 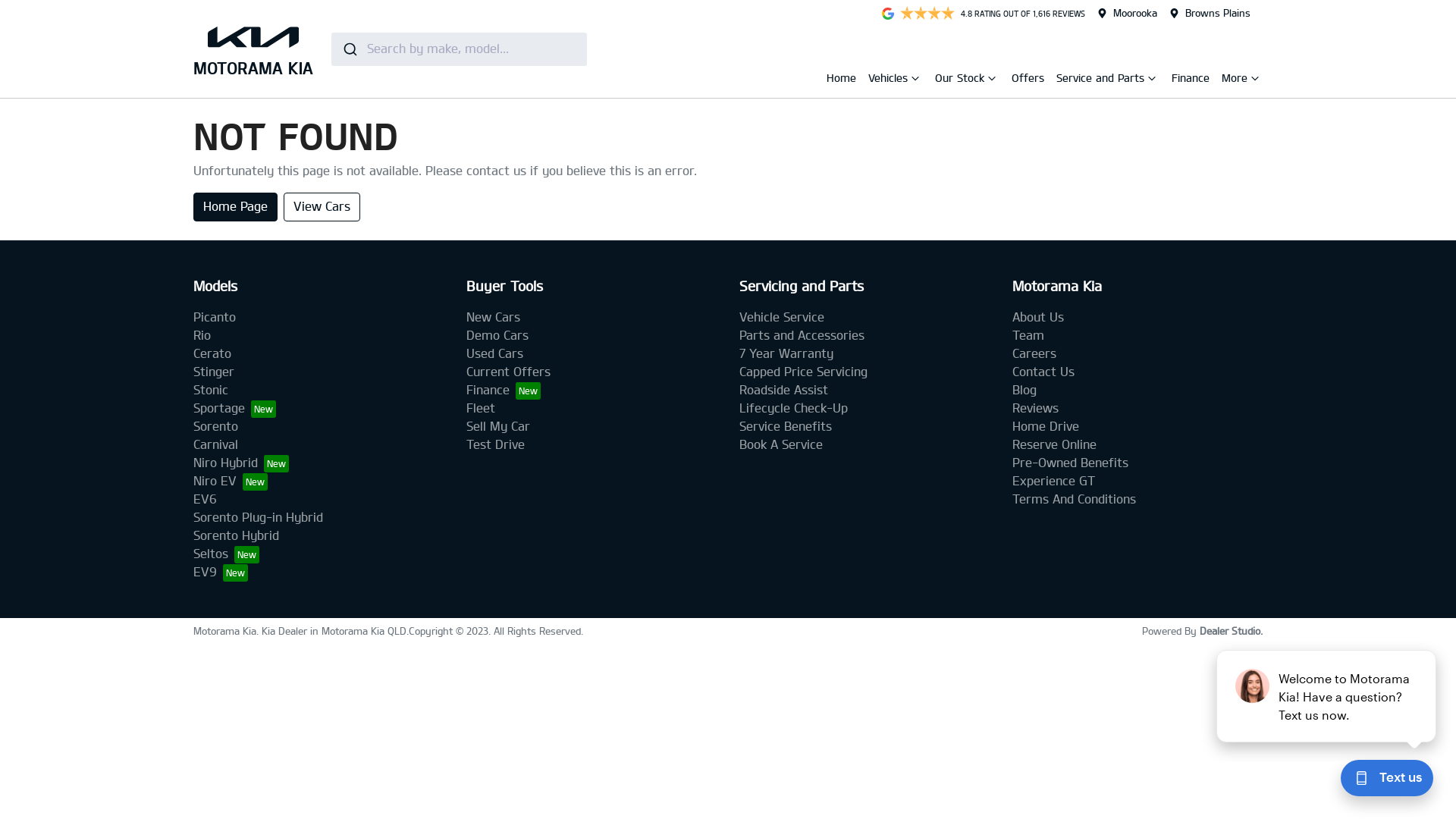 What do you see at coordinates (192, 407) in the screenshot?
I see `'Sportage'` at bounding box center [192, 407].